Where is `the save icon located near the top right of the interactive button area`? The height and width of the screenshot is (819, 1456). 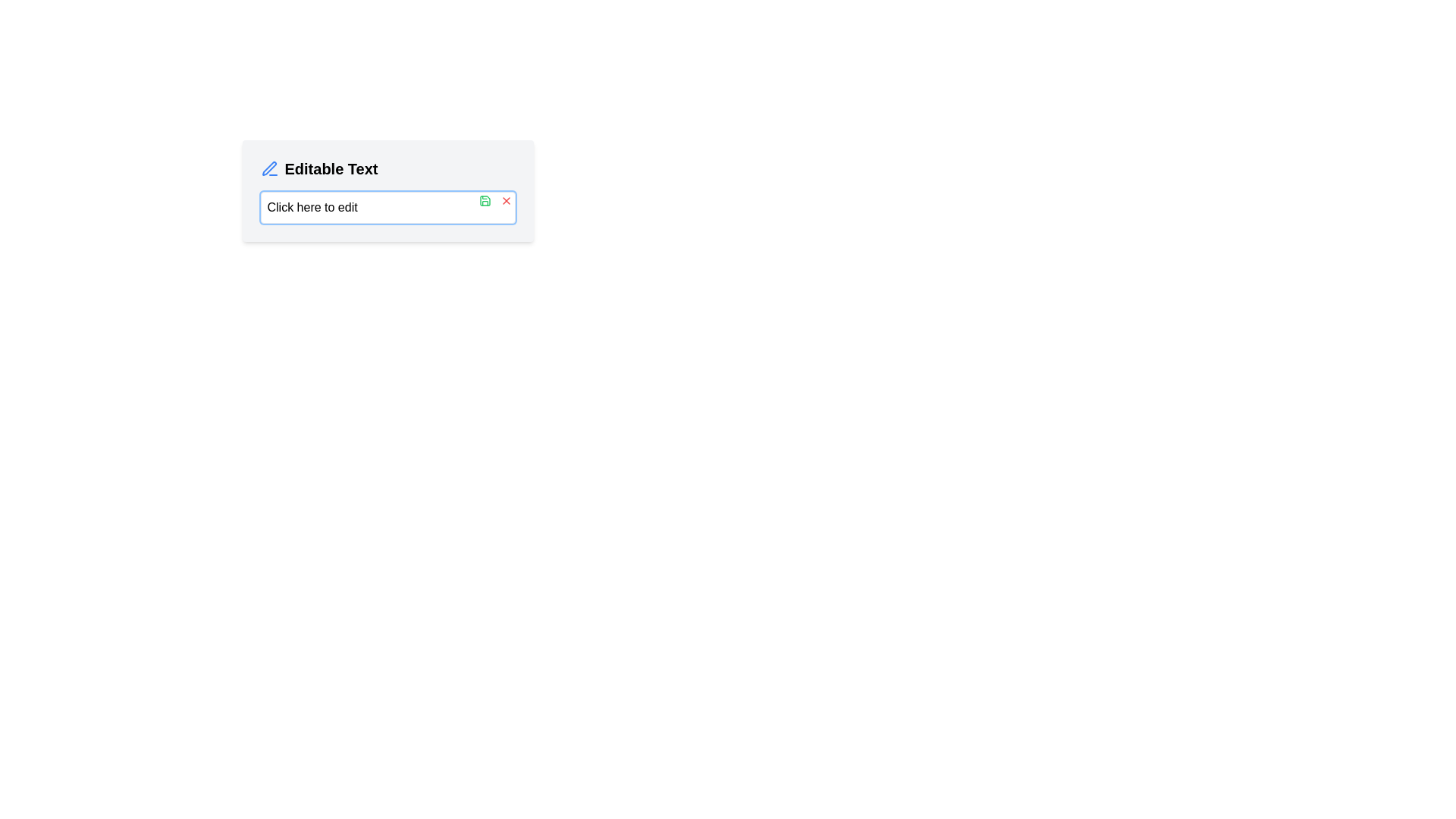
the save icon located near the top right of the interactive button area is located at coordinates (484, 200).